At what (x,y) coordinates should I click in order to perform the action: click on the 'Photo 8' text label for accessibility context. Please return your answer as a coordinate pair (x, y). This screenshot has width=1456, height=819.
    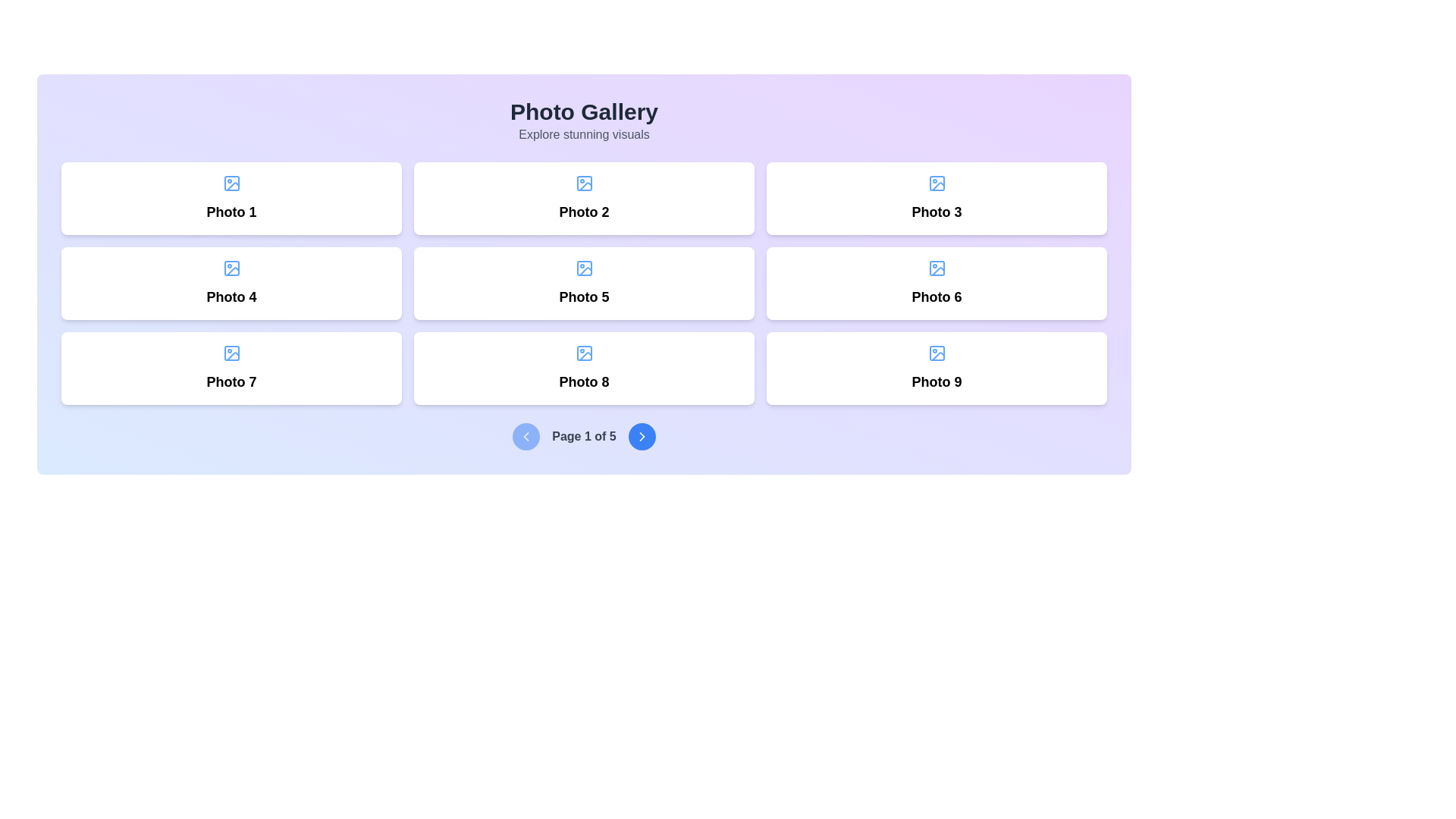
    Looking at the image, I should click on (583, 381).